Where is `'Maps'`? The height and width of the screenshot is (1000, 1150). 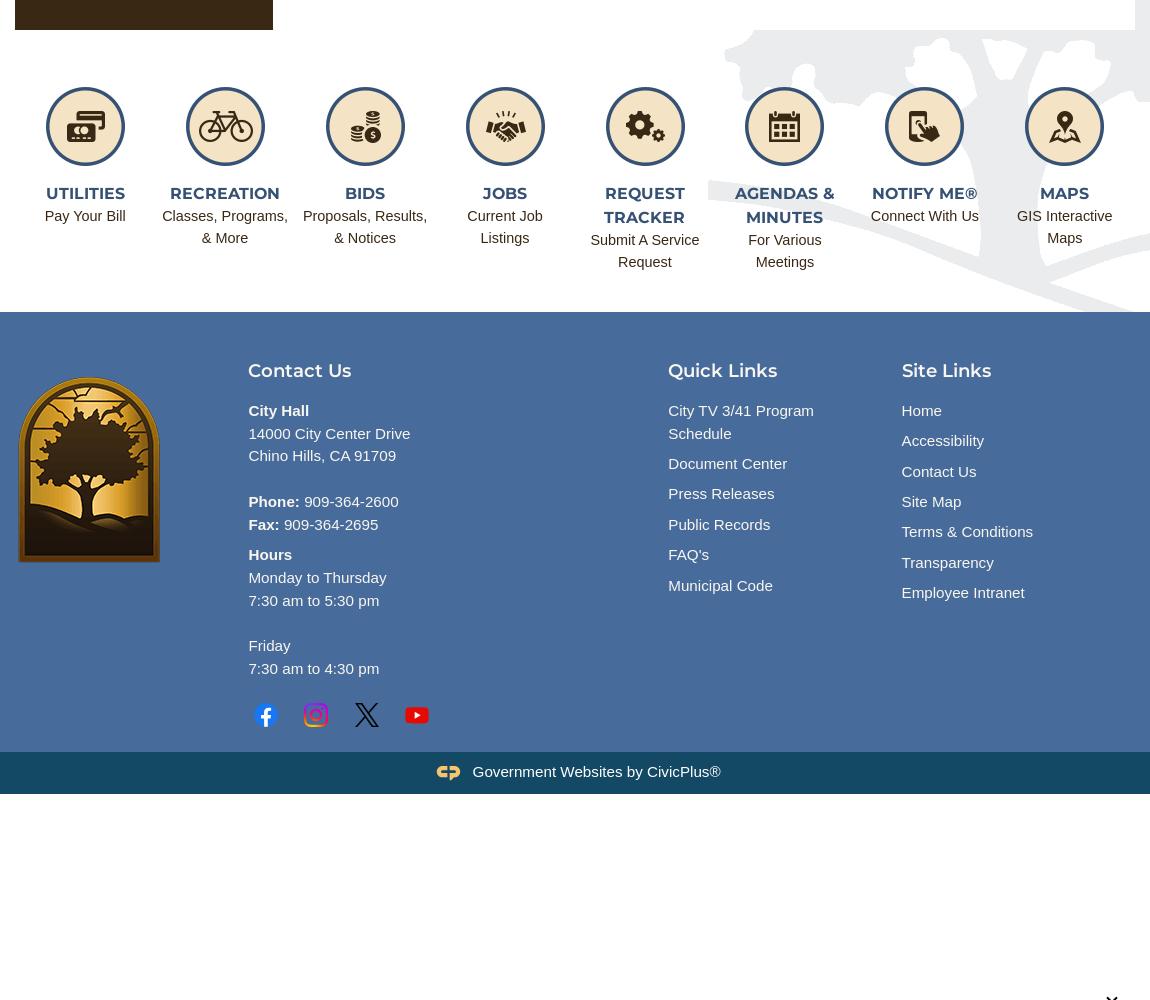
'Maps' is located at coordinates (1064, 192).